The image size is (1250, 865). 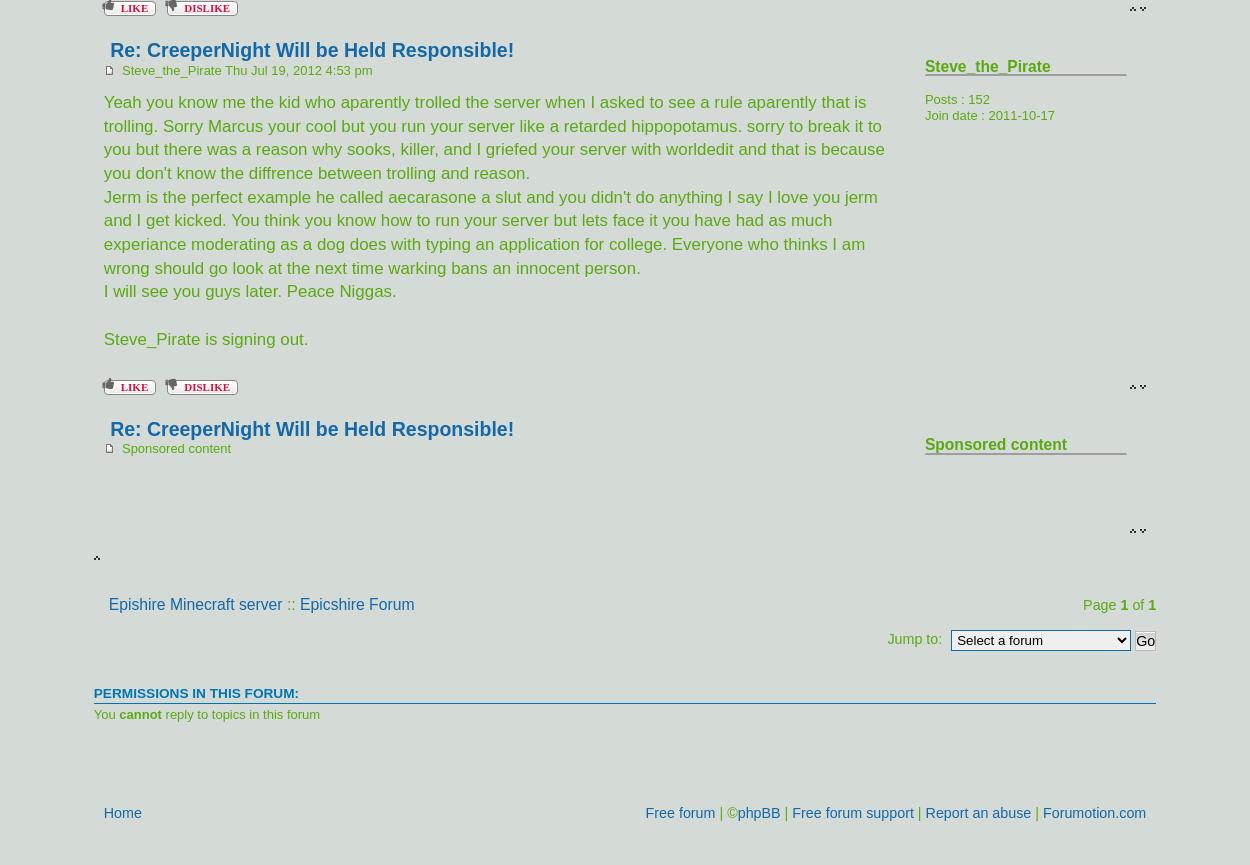 I want to click on '2011-10-17', so click(x=1021, y=114).